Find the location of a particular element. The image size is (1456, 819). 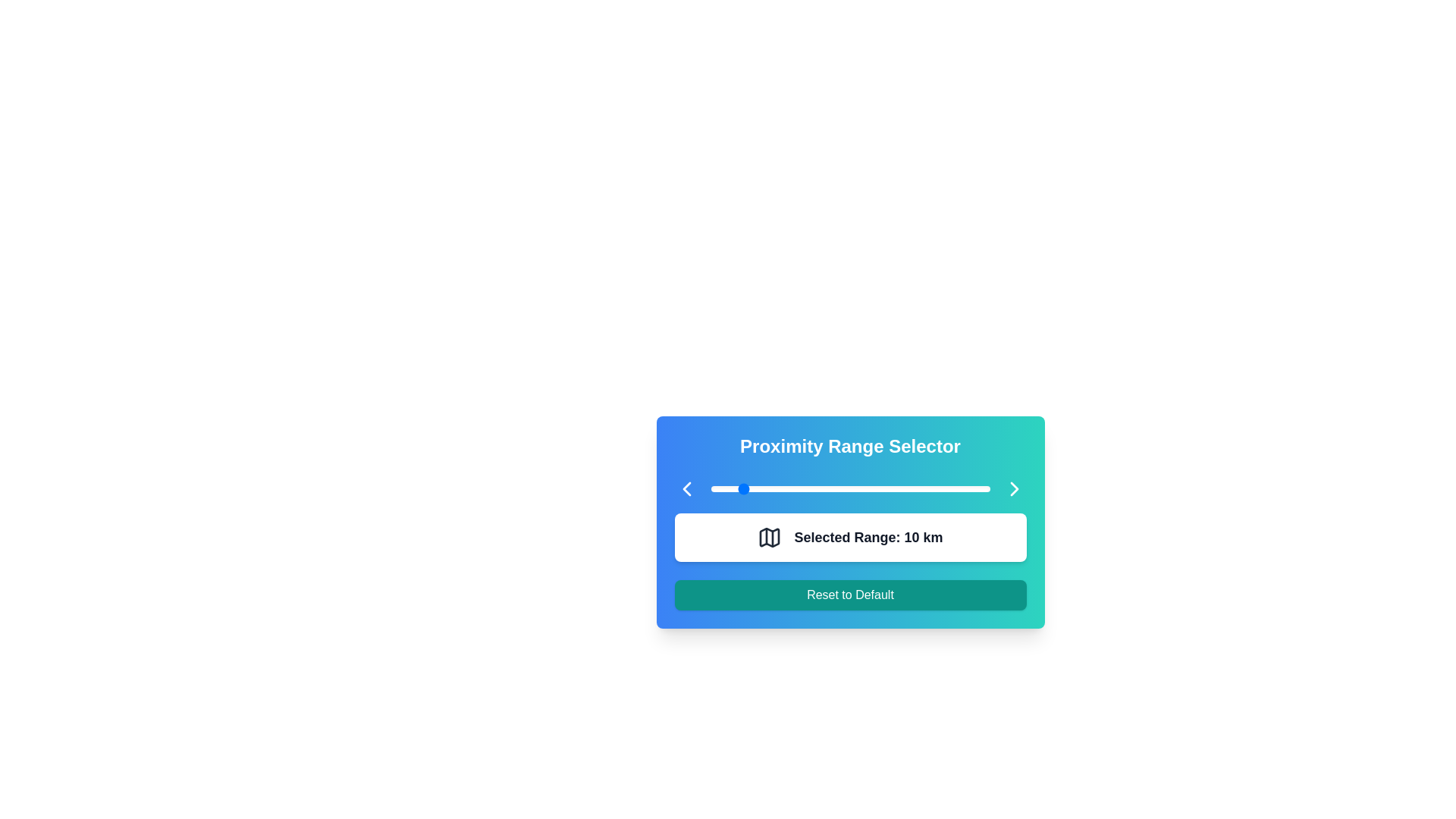

the proximity range is located at coordinates (833, 488).